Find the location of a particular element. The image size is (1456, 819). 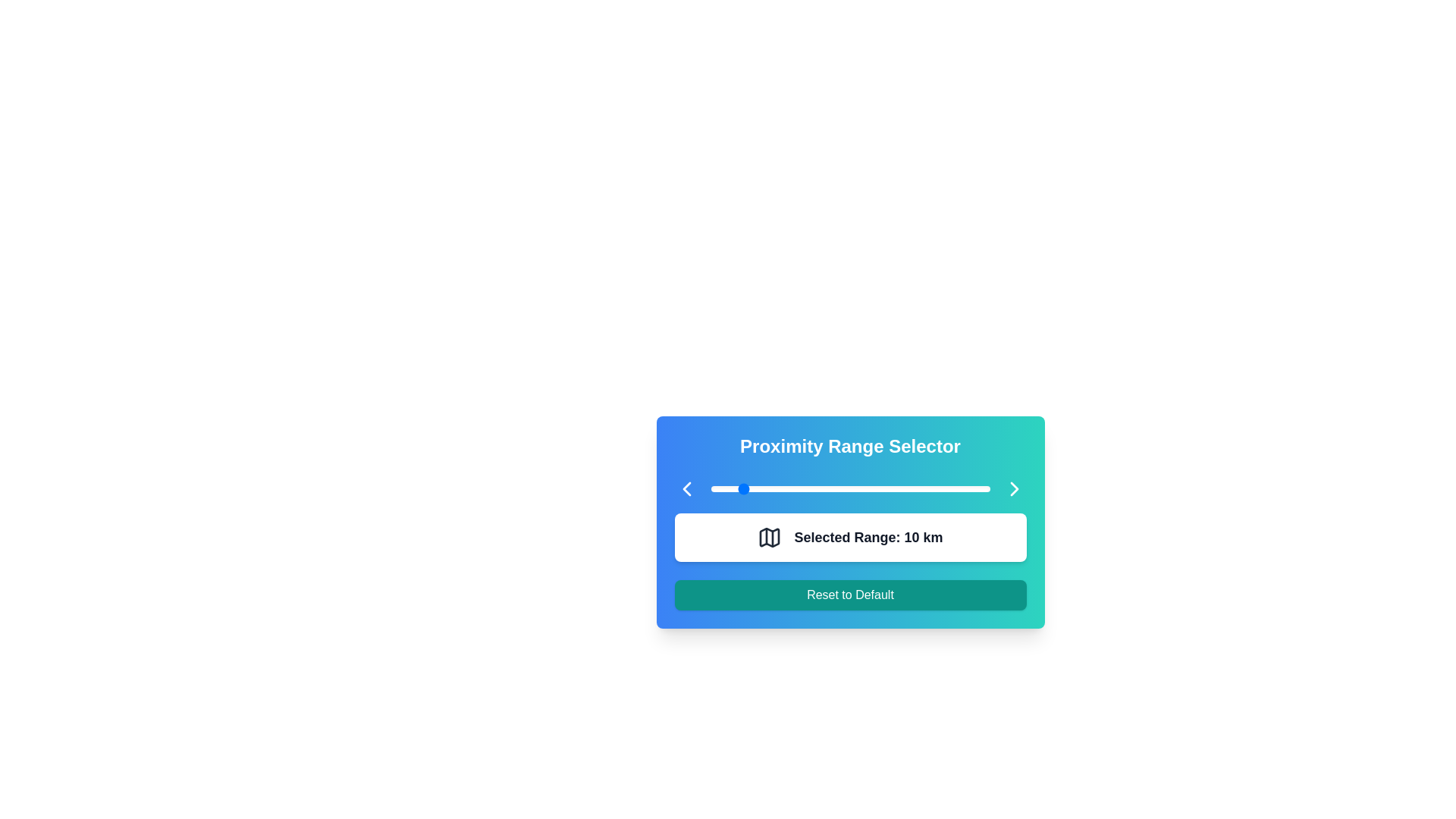

the proximity range is located at coordinates (833, 488).